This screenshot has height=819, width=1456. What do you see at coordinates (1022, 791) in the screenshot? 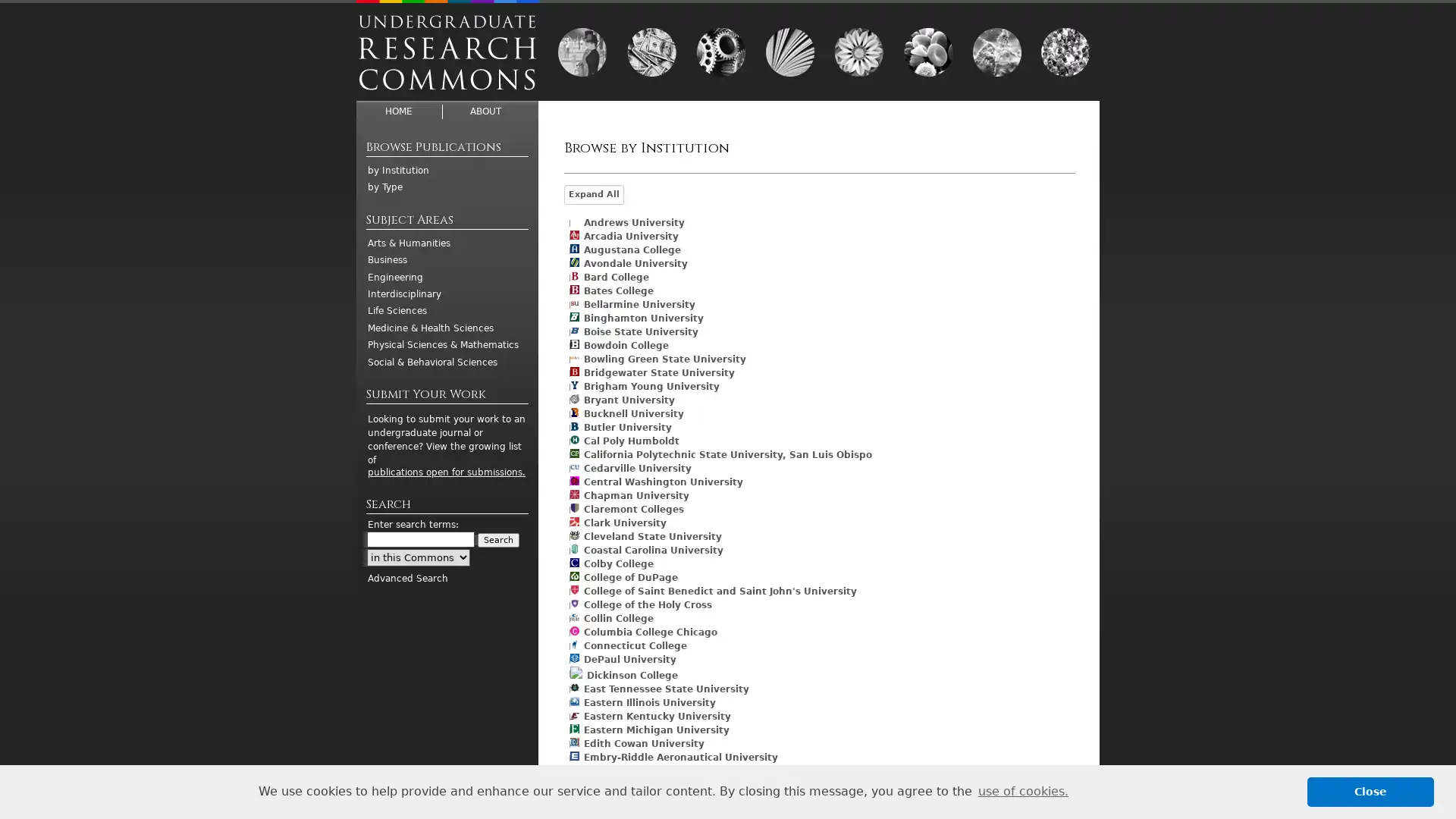
I see `learn more about cookies` at bounding box center [1022, 791].